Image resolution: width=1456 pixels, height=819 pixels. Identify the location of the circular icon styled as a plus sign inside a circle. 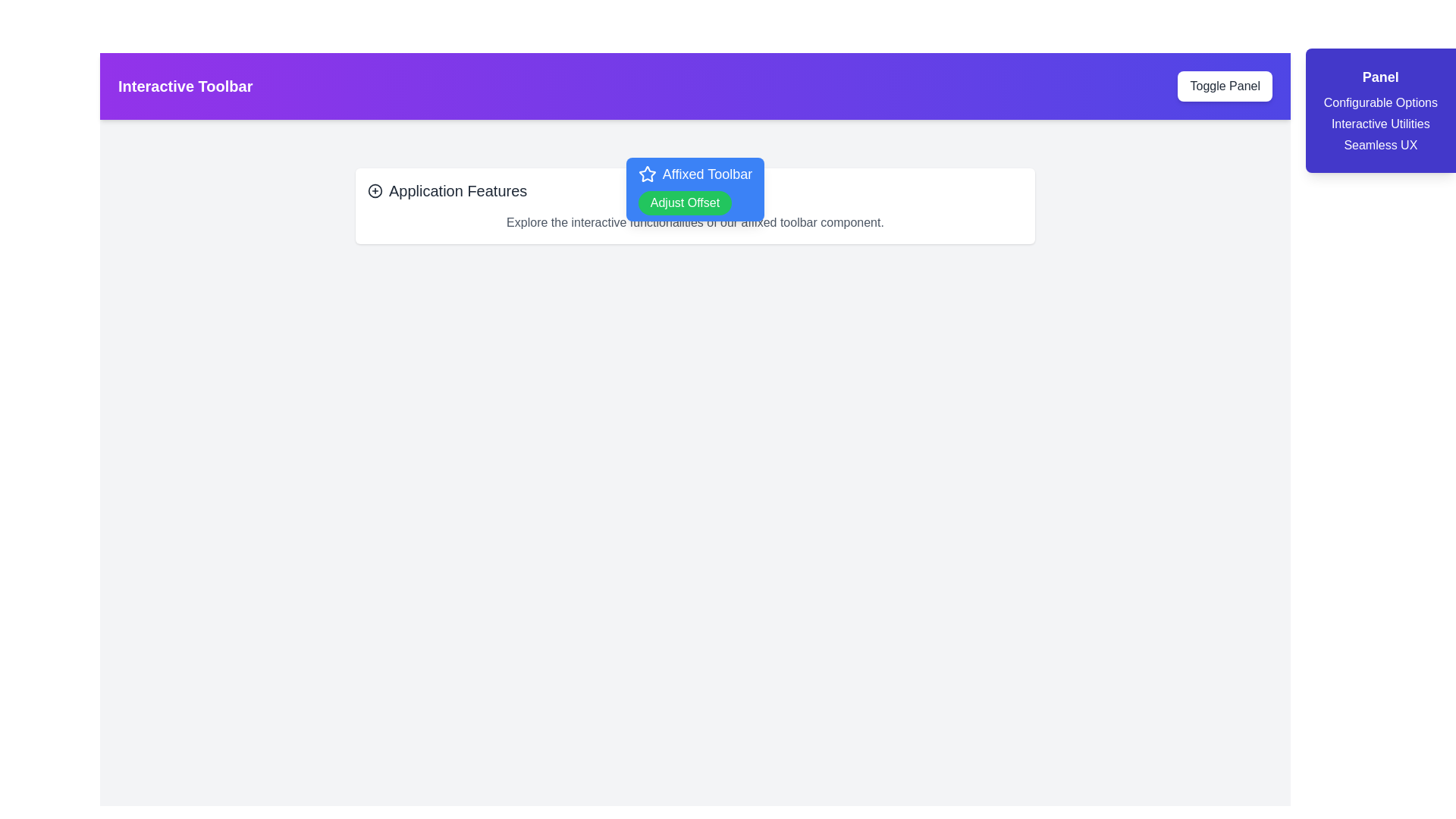
(375, 190).